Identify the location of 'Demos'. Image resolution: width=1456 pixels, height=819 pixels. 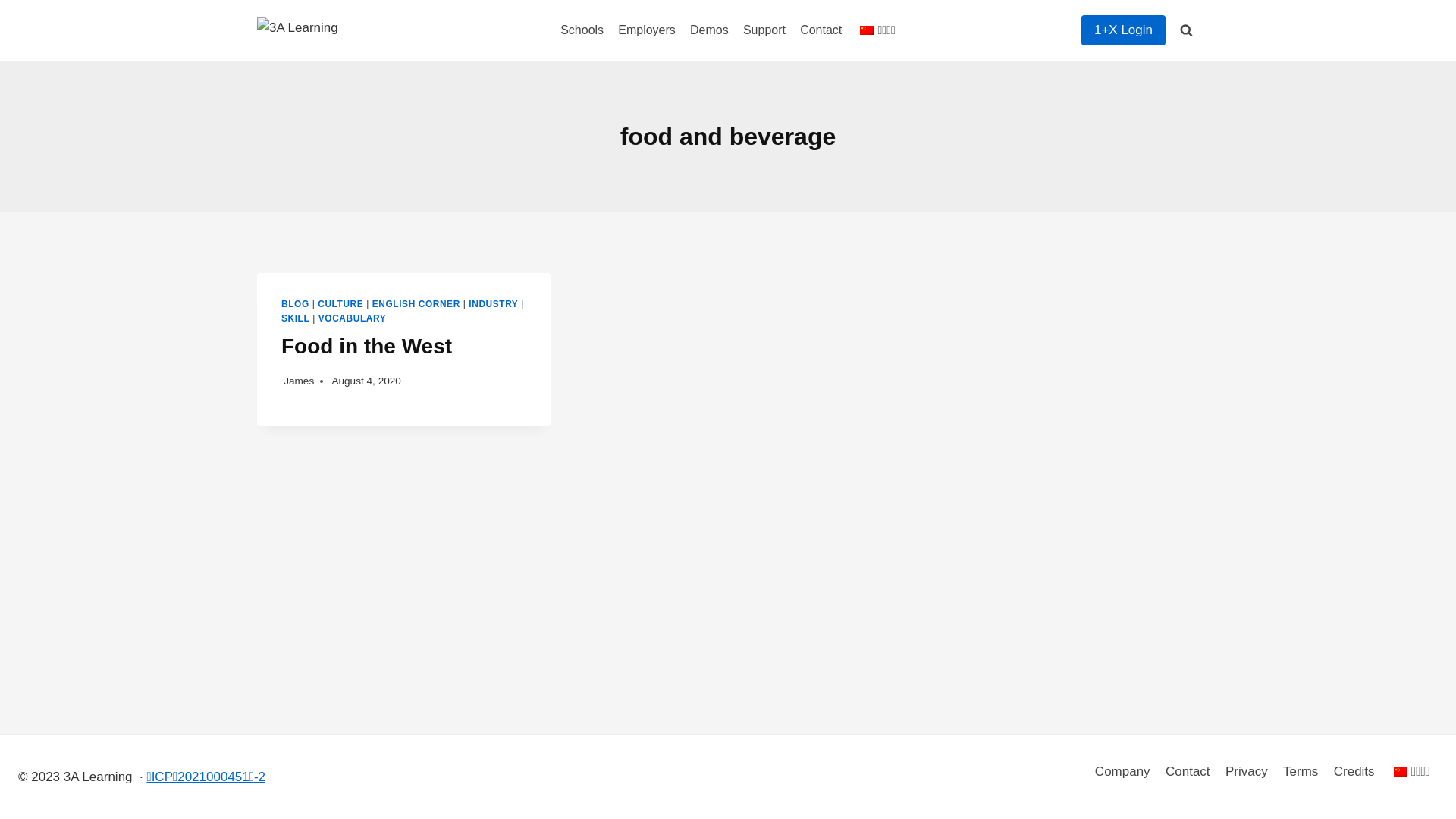
(708, 30).